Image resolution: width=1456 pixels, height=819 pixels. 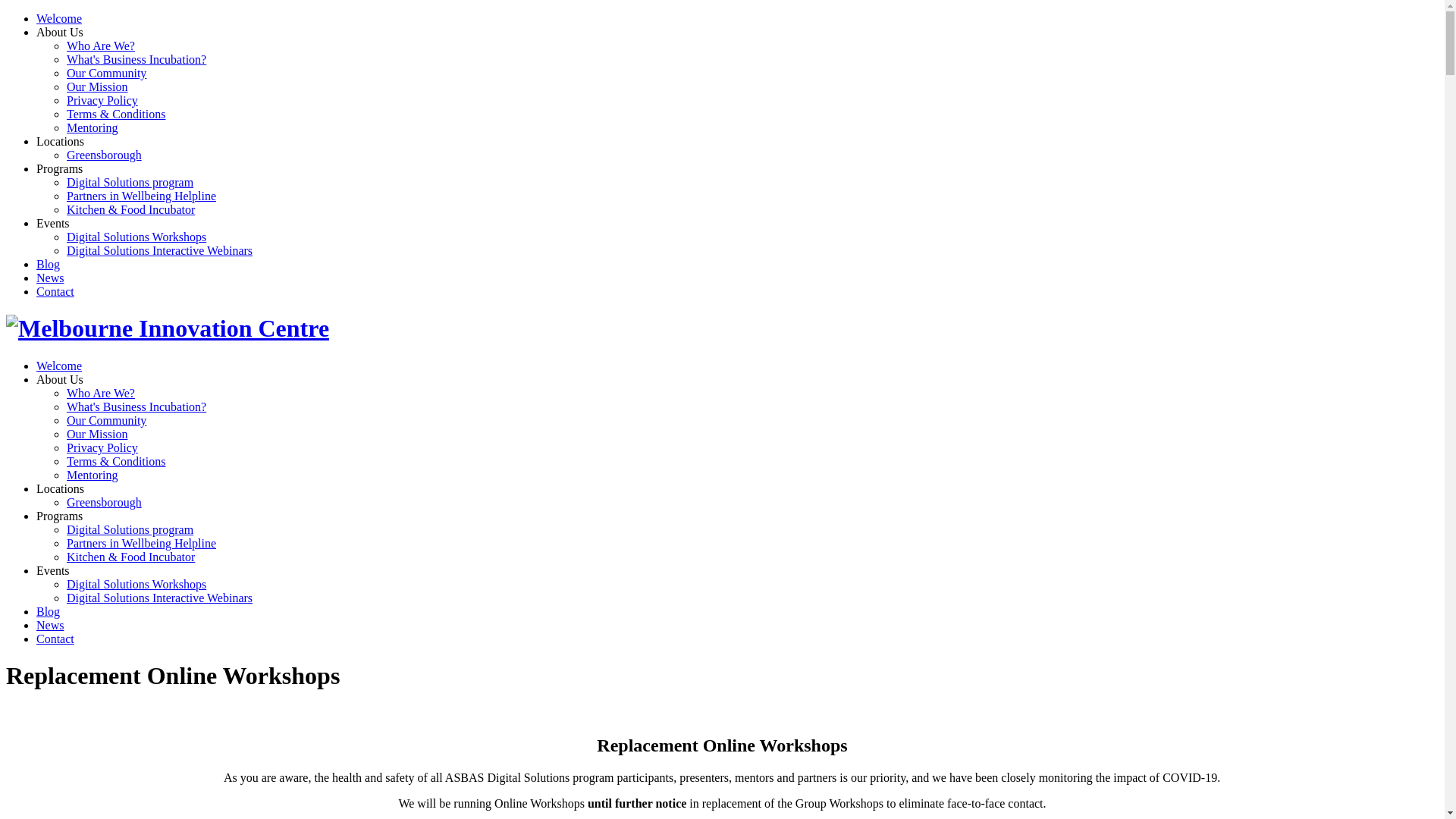 What do you see at coordinates (130, 557) in the screenshot?
I see `'Kitchen & Food Incubator'` at bounding box center [130, 557].